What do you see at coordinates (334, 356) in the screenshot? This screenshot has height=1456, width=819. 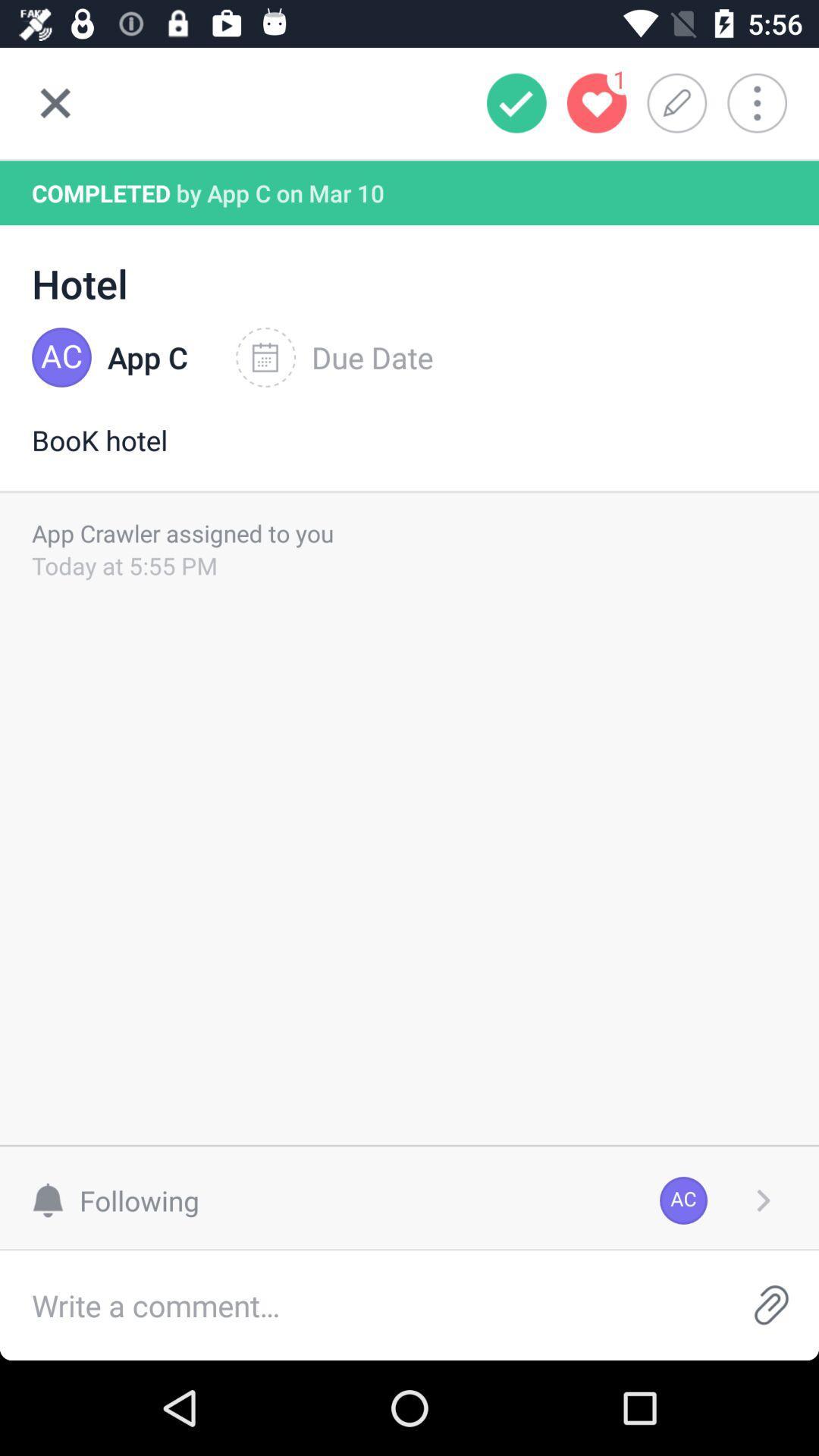 I see `icon below the hotel` at bounding box center [334, 356].